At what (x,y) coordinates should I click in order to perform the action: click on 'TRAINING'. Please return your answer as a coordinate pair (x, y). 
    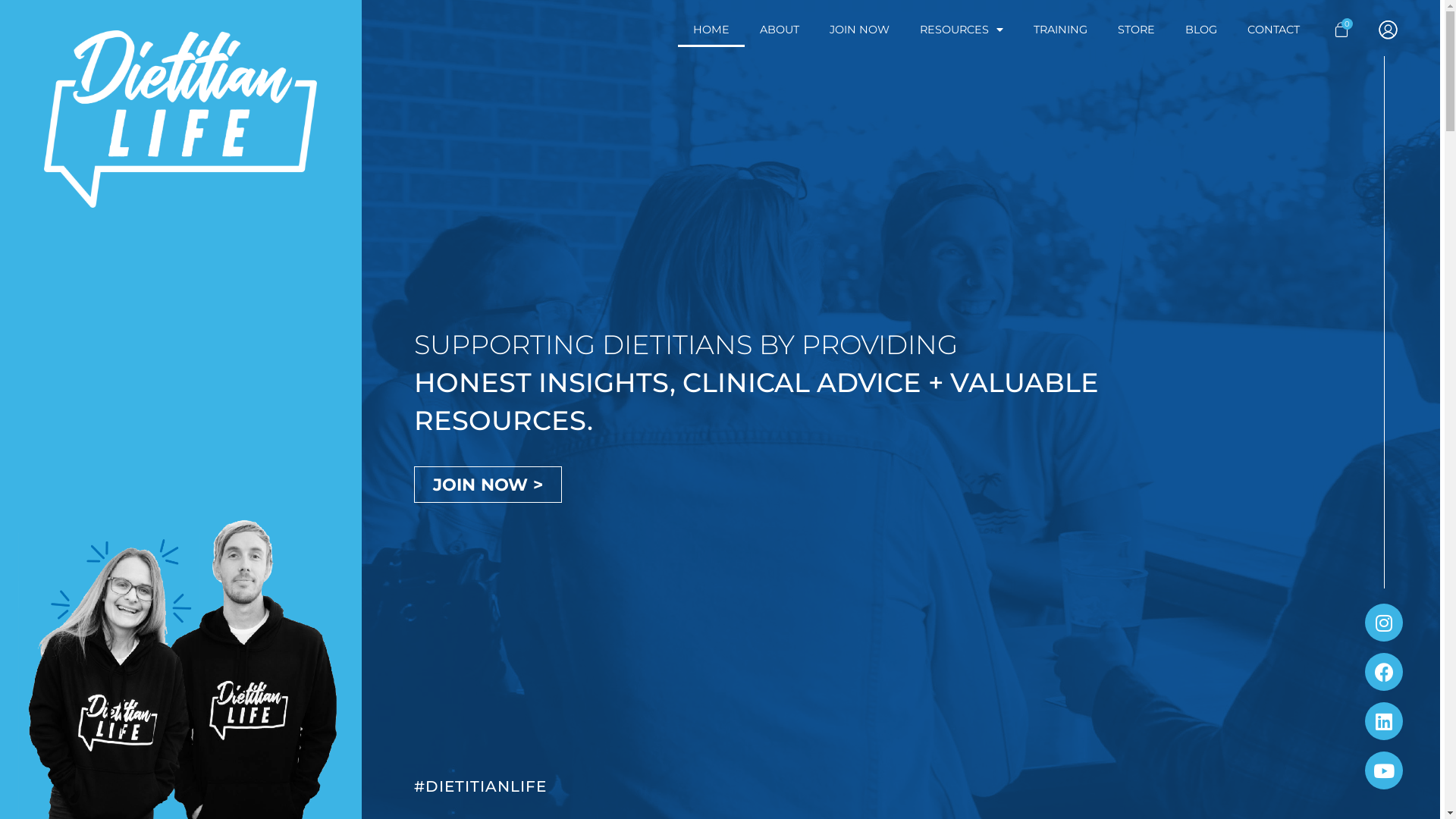
    Looking at the image, I should click on (1059, 29).